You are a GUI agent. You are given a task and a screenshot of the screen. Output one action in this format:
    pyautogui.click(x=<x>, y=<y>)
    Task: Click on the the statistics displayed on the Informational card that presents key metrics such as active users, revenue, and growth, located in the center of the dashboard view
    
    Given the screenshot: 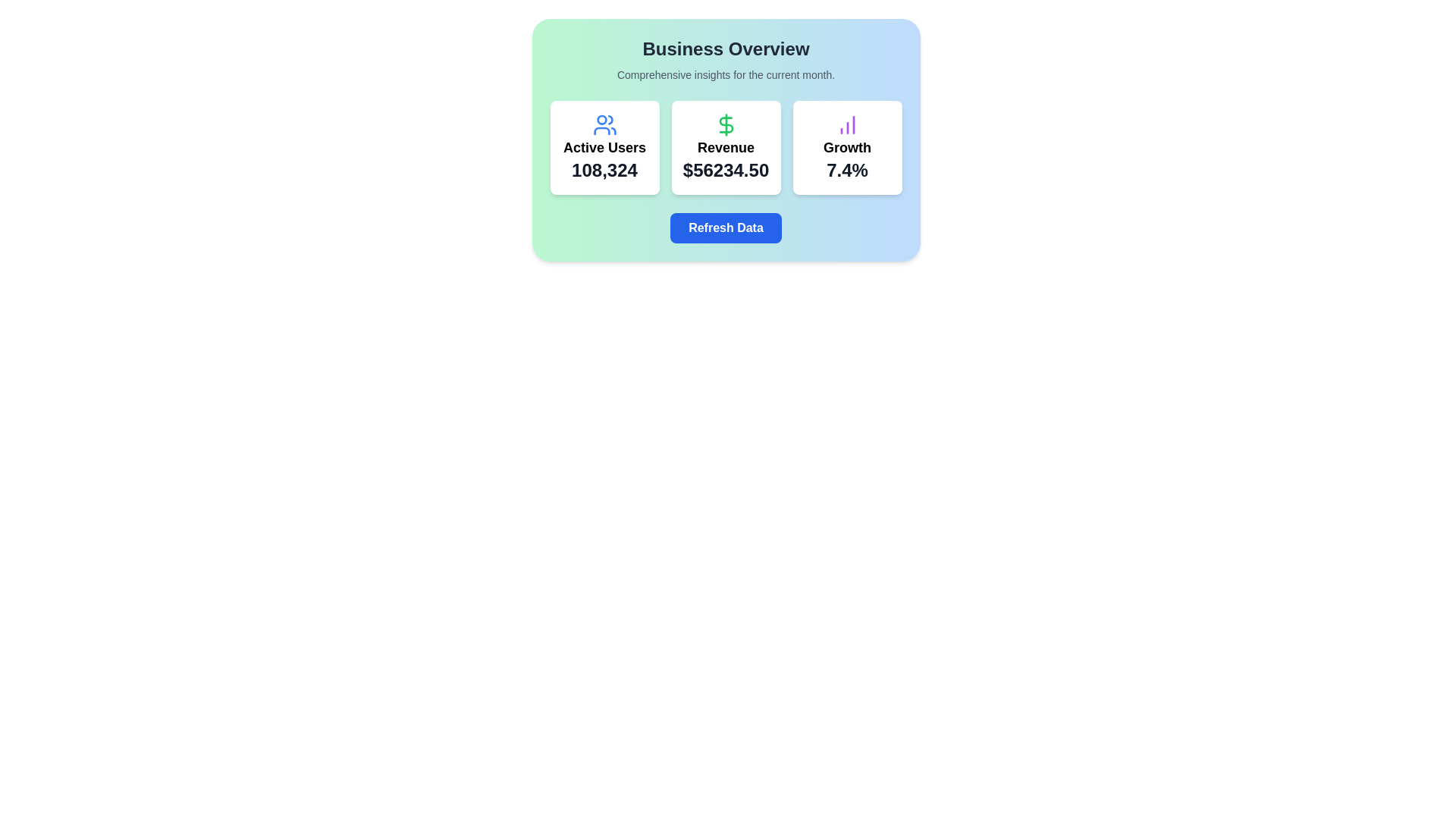 What is the action you would take?
    pyautogui.click(x=725, y=140)
    